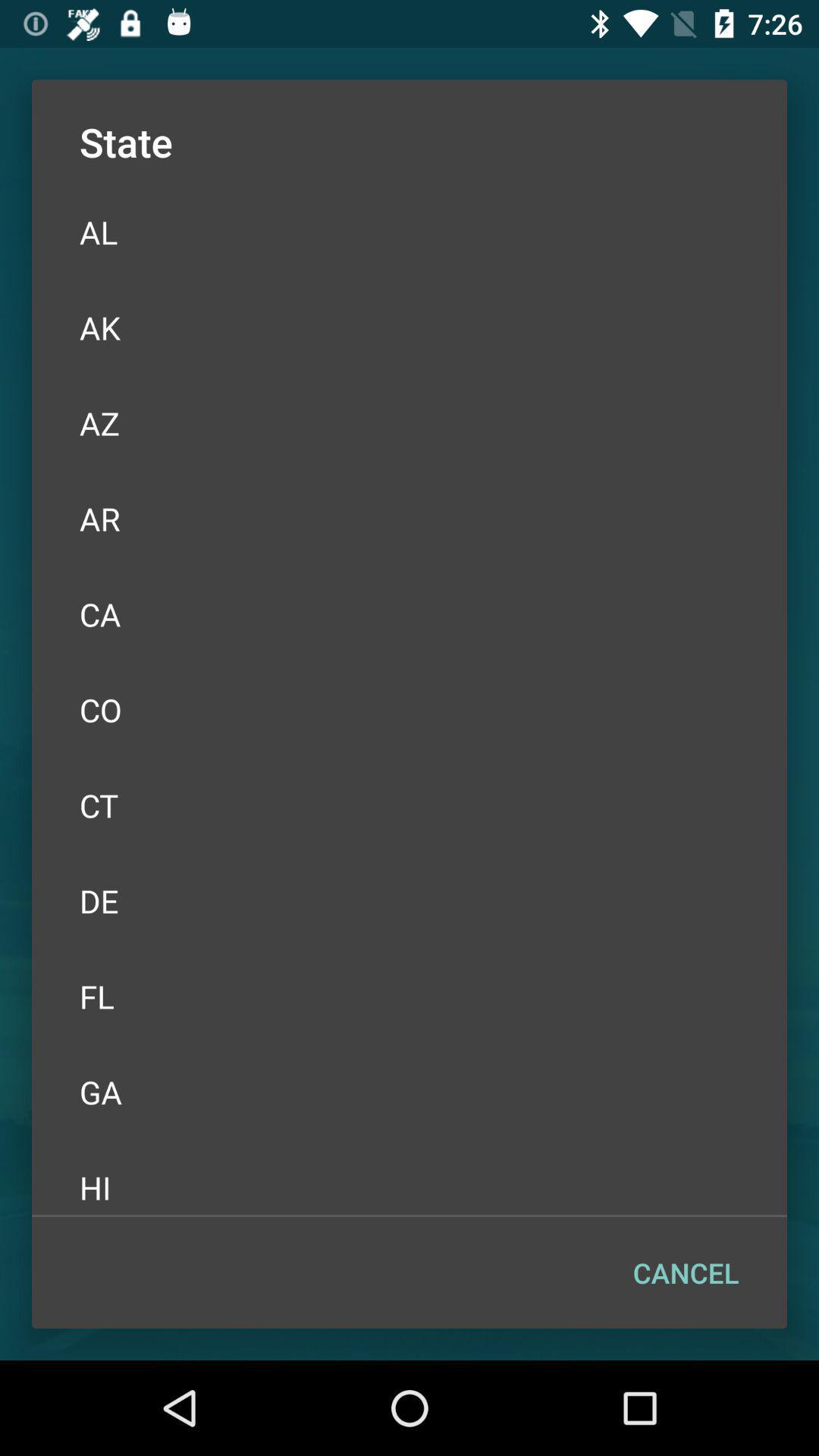  Describe the element at coordinates (409, 1092) in the screenshot. I see `the ga` at that location.